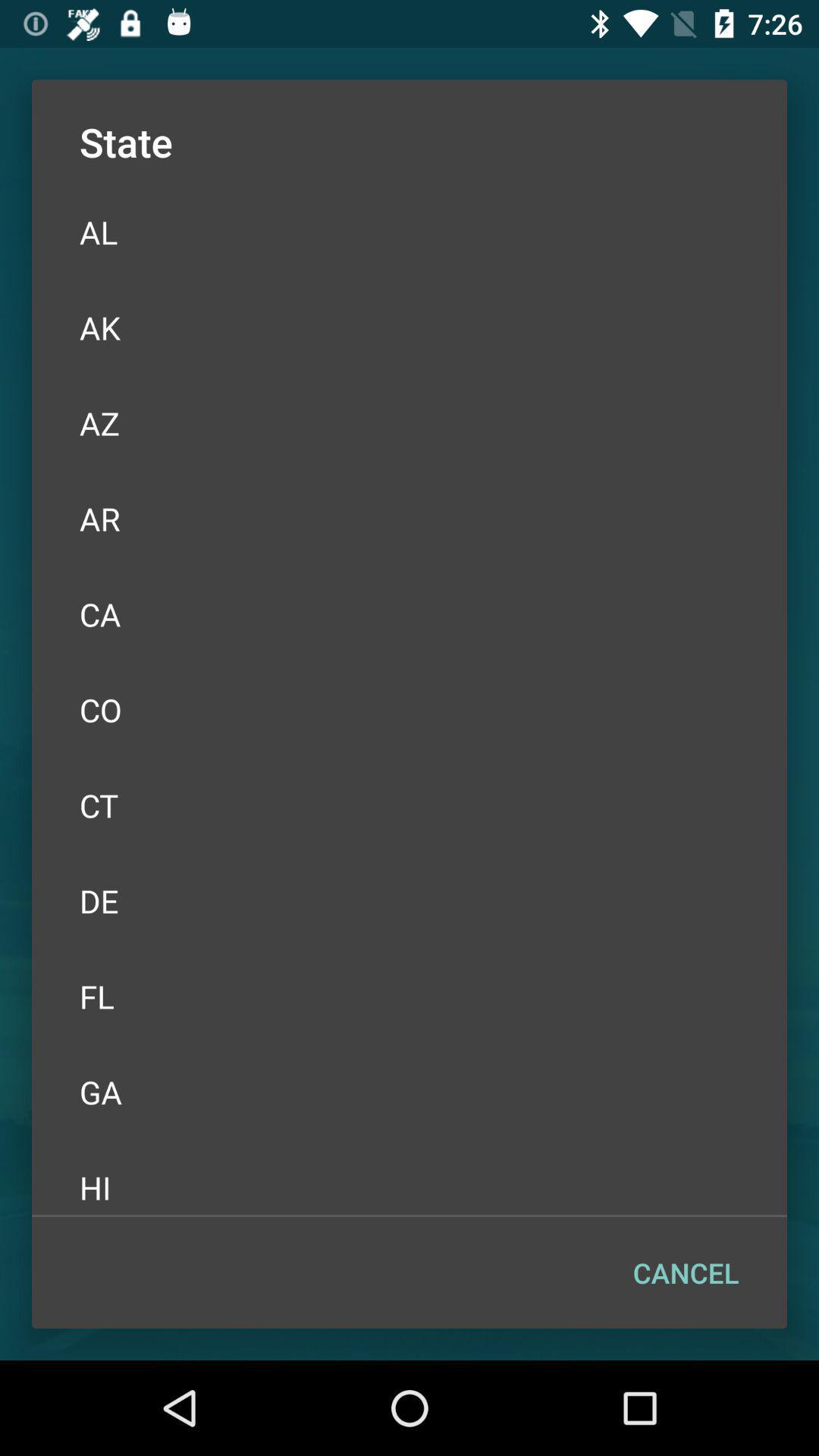  Describe the element at coordinates (409, 1092) in the screenshot. I see `the ga` at that location.